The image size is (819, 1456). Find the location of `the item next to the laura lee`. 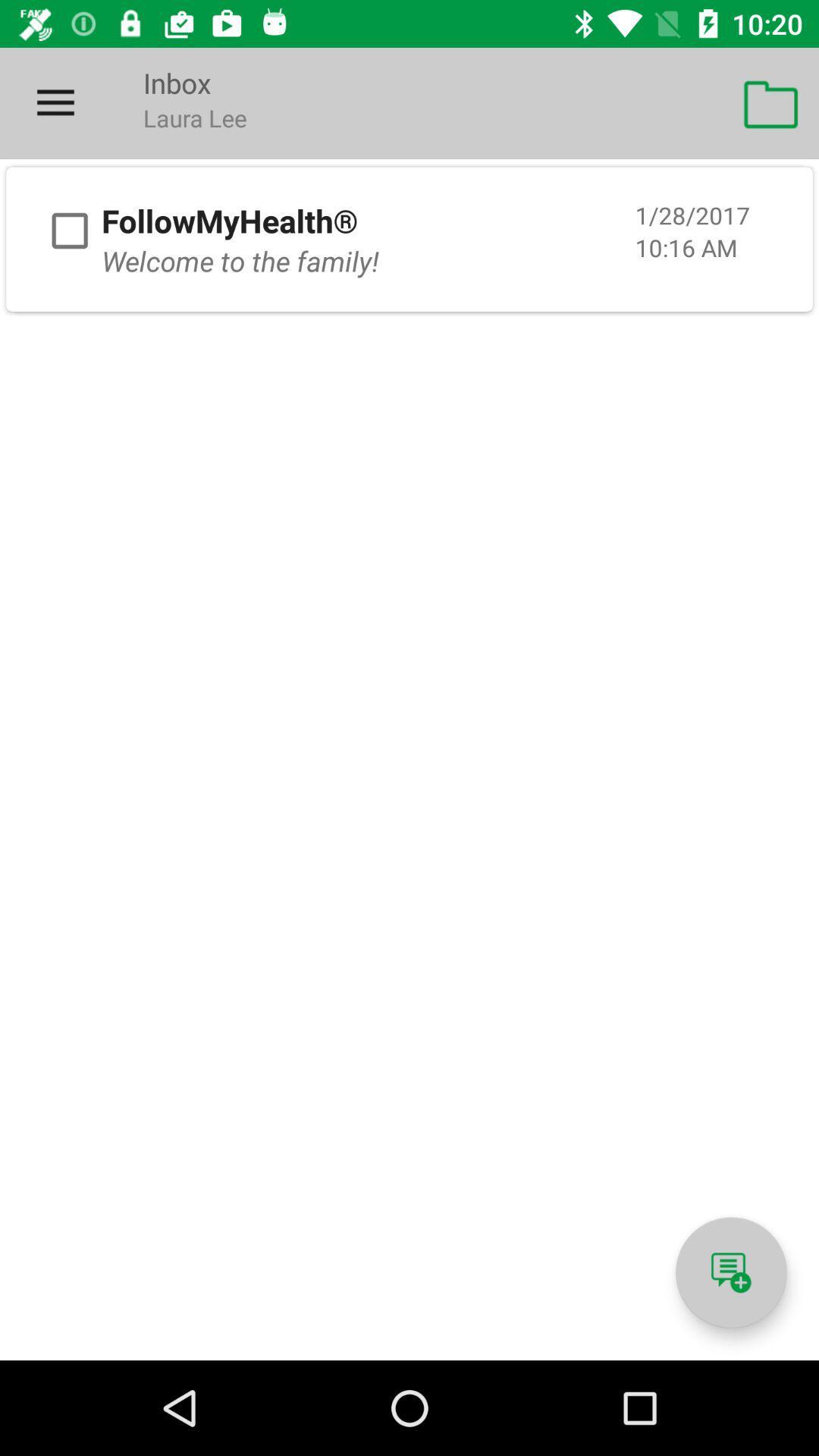

the item next to the laura lee is located at coordinates (771, 102).